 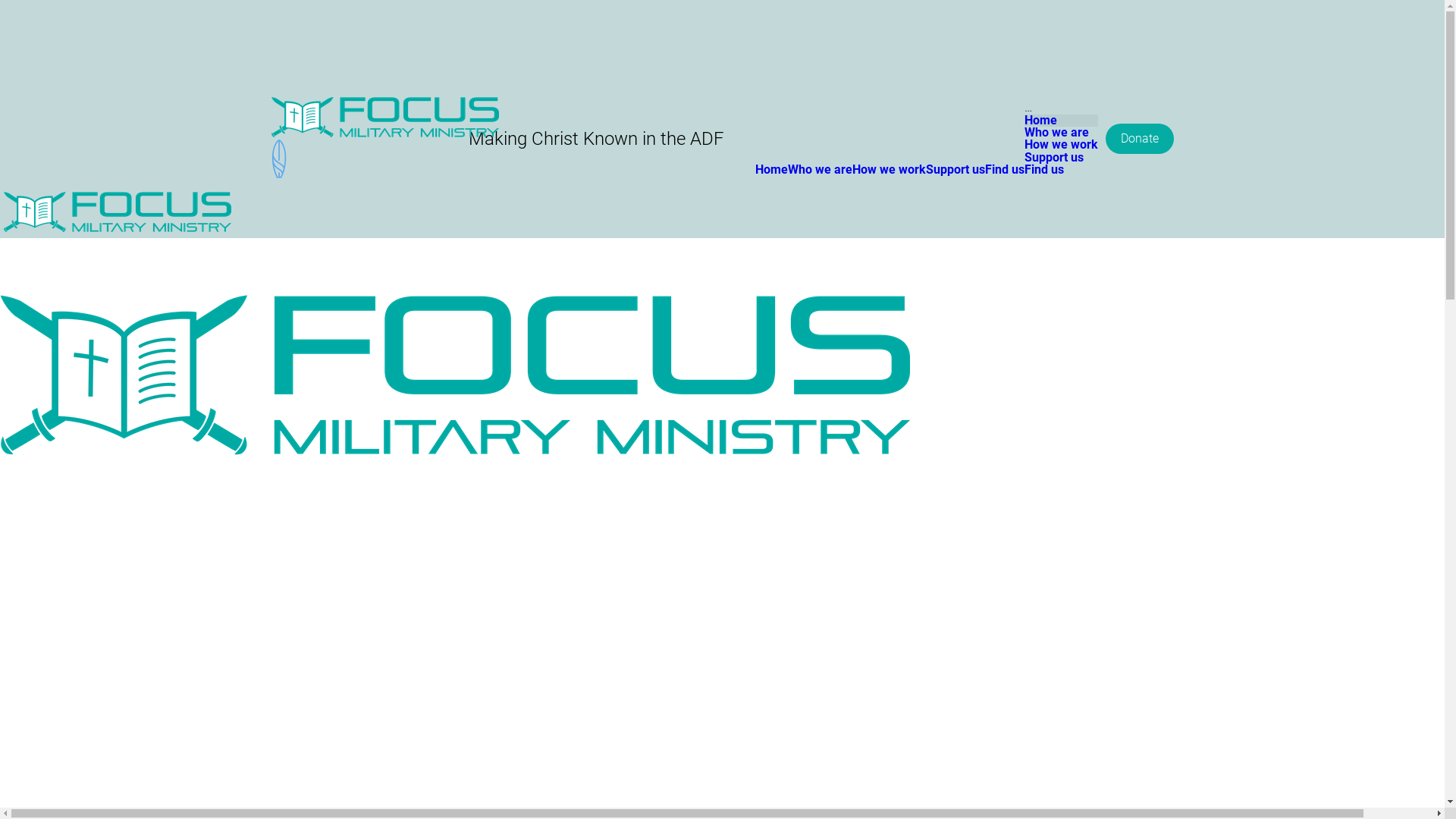 What do you see at coordinates (953, 169) in the screenshot?
I see `'Support us'` at bounding box center [953, 169].